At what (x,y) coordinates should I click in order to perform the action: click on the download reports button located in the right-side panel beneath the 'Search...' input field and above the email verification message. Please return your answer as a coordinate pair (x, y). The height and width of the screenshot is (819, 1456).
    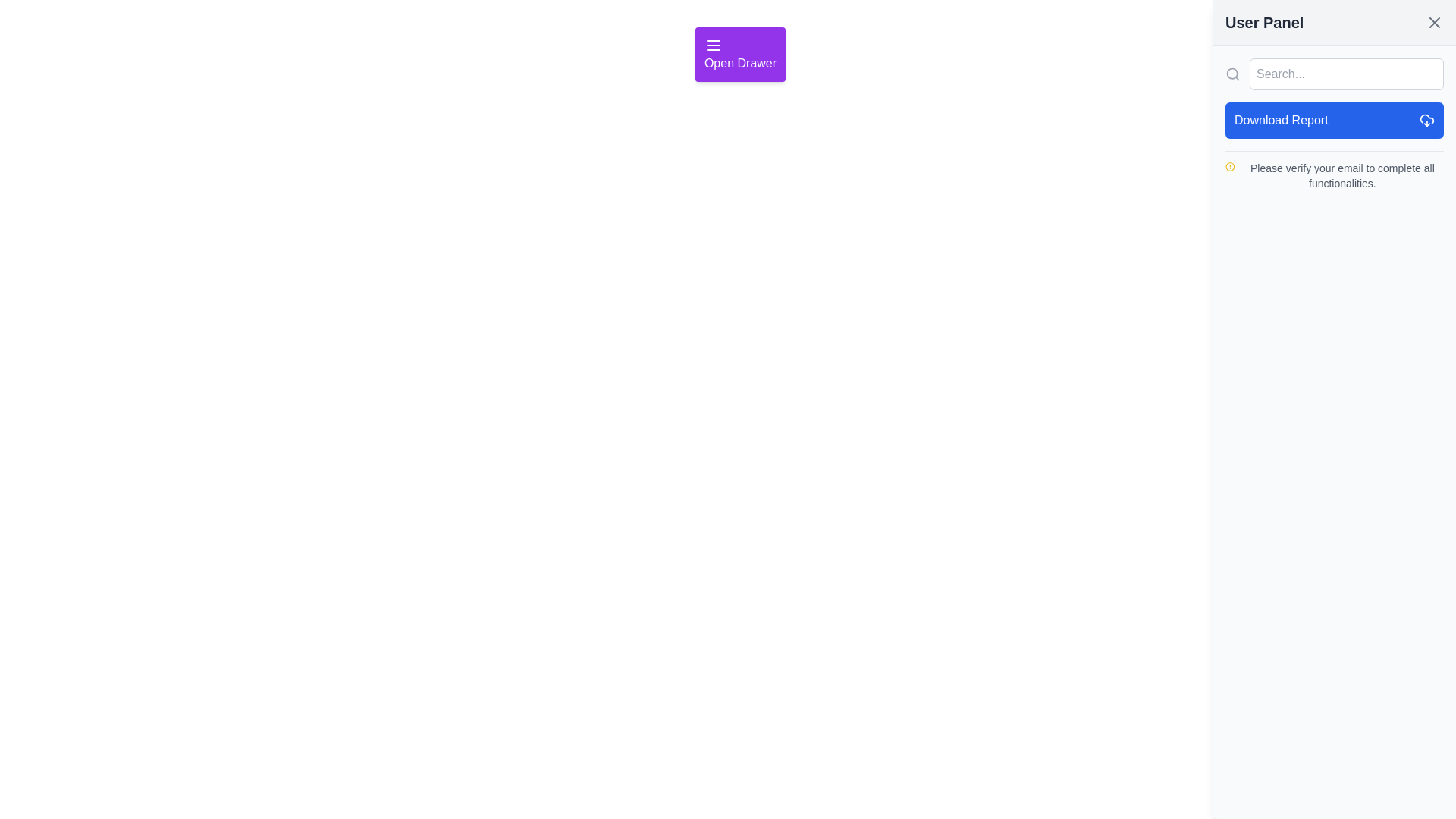
    Looking at the image, I should click on (1335, 119).